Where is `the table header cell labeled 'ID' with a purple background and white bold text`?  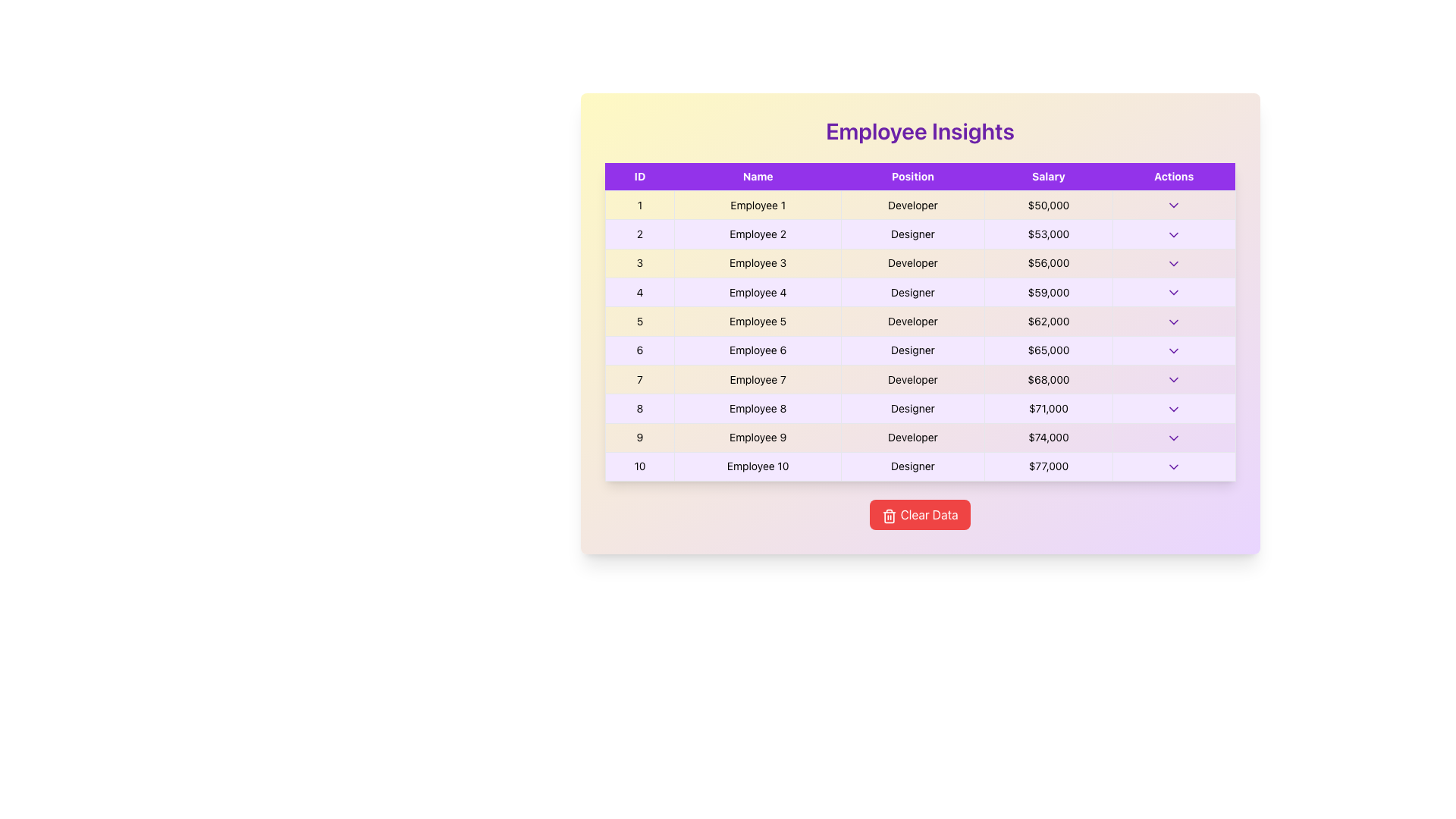
the table header cell labeled 'ID' with a purple background and white bold text is located at coordinates (640, 176).